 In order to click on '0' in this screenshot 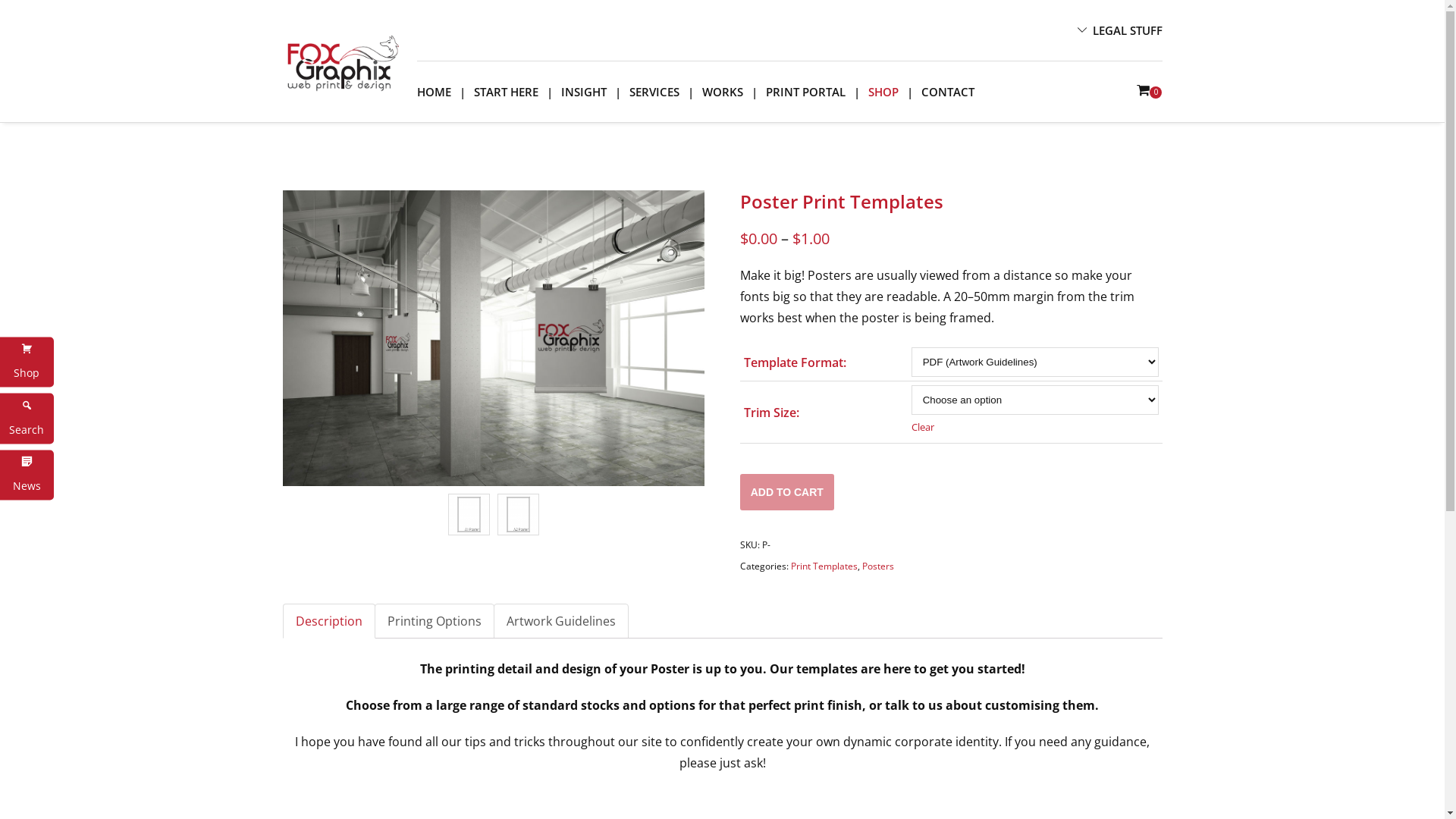, I will do `click(1149, 91)`.